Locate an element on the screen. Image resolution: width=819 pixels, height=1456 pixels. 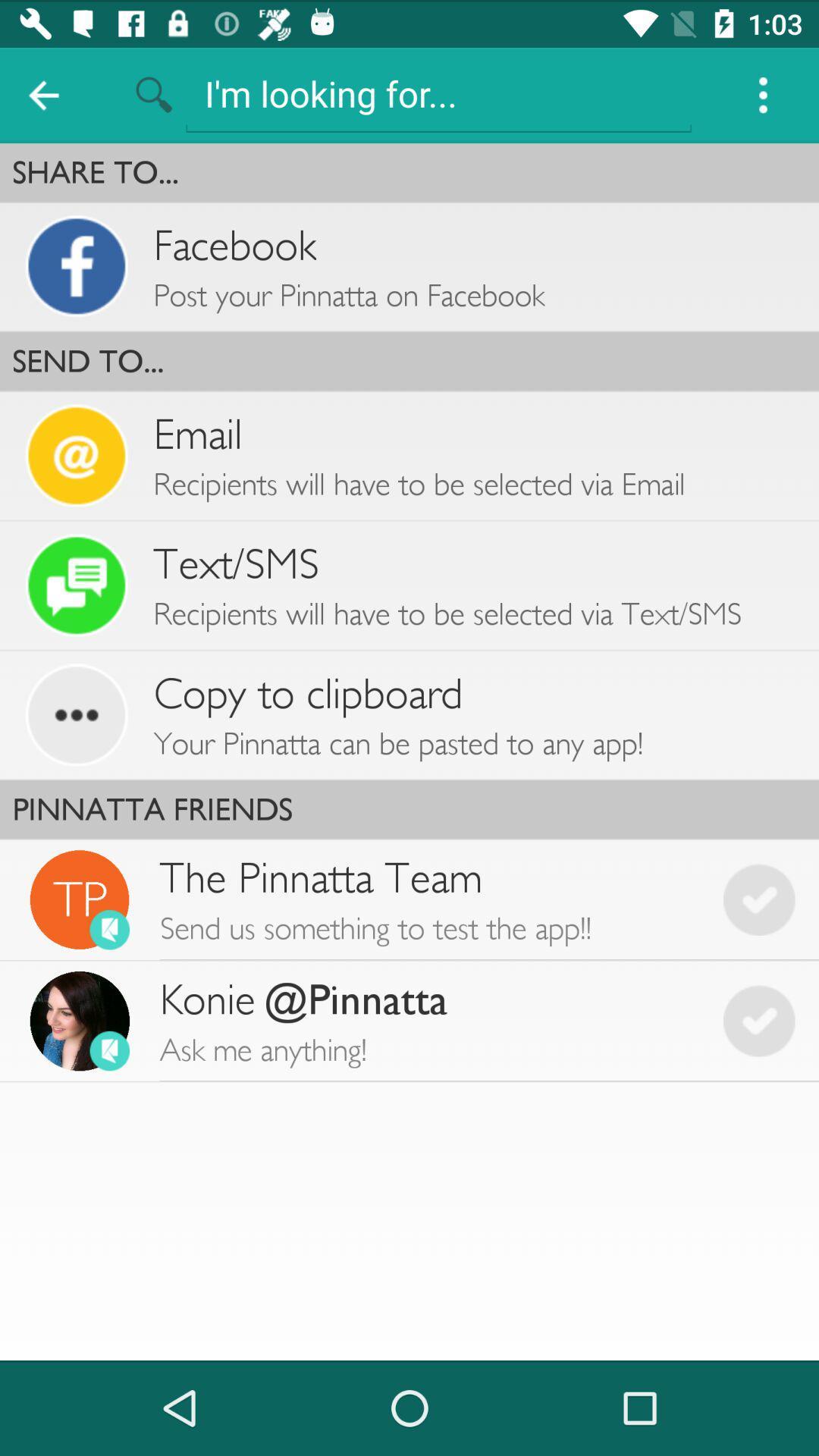
search is located at coordinates (438, 93).